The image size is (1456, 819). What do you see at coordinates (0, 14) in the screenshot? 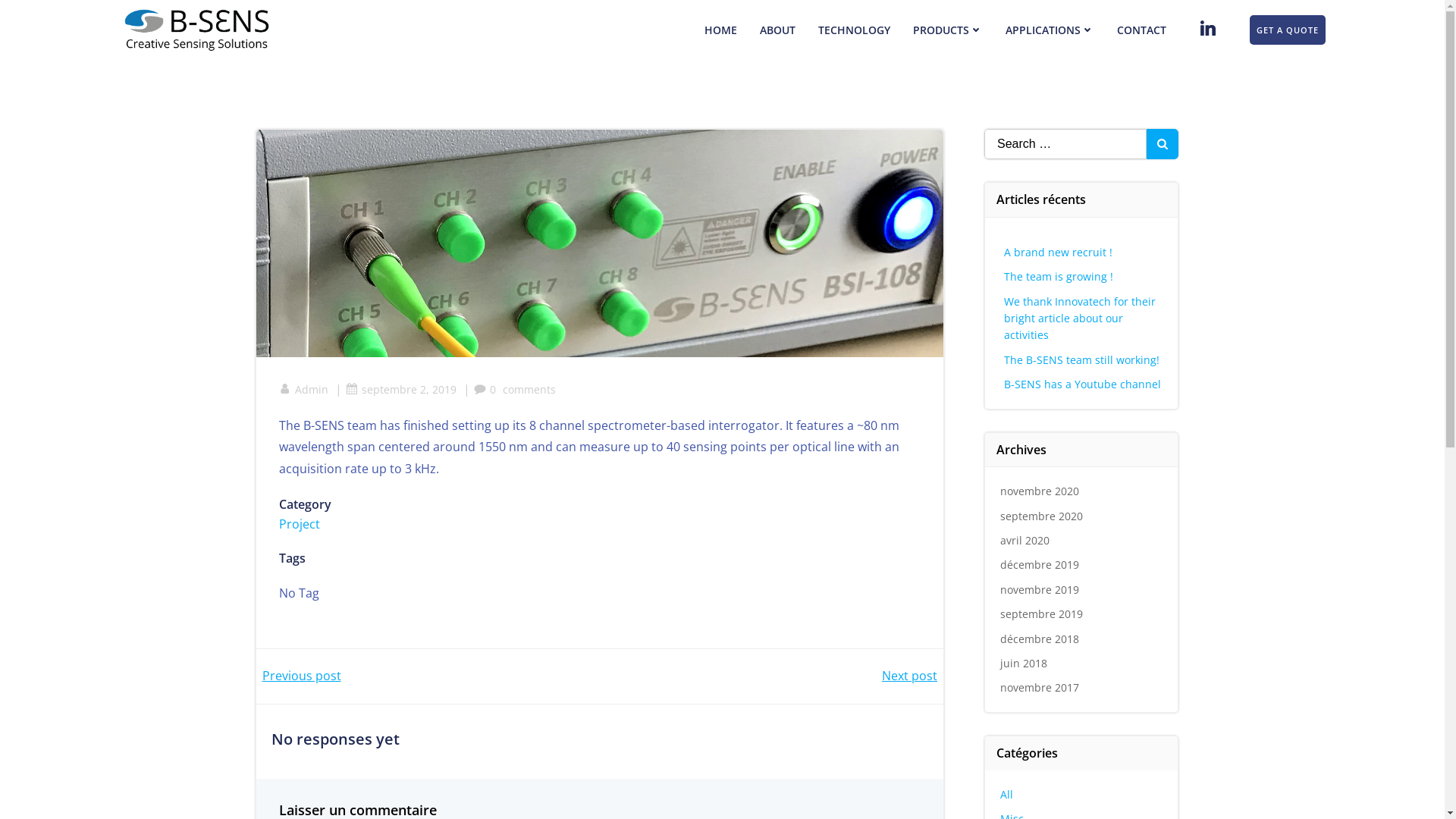
I see `'Search '` at bounding box center [0, 14].